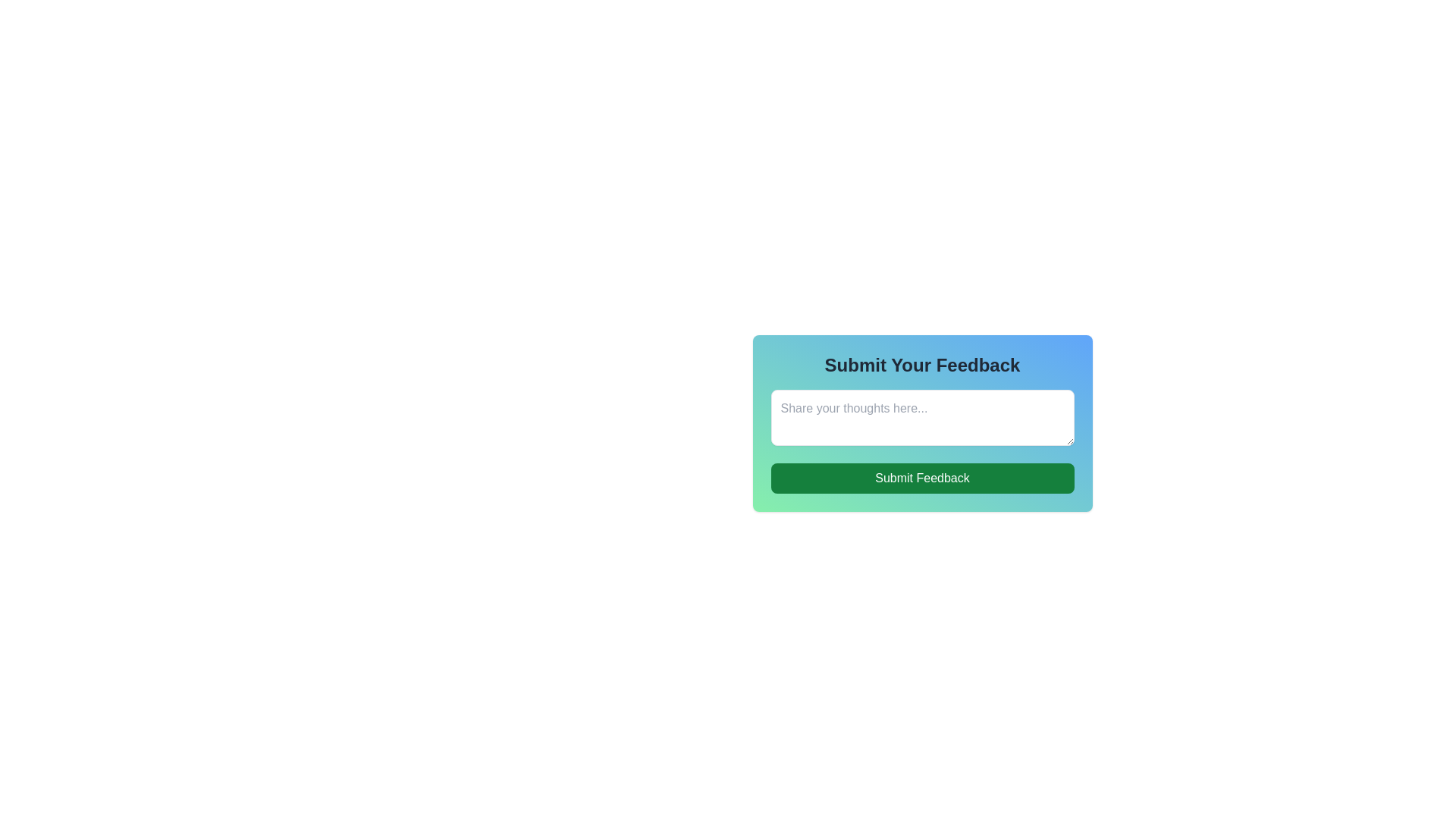 The image size is (1456, 819). Describe the element at coordinates (921, 479) in the screenshot. I see `the 'Submit Feedback' button located at the bottom of the feedback form to observe the hover effect` at that location.